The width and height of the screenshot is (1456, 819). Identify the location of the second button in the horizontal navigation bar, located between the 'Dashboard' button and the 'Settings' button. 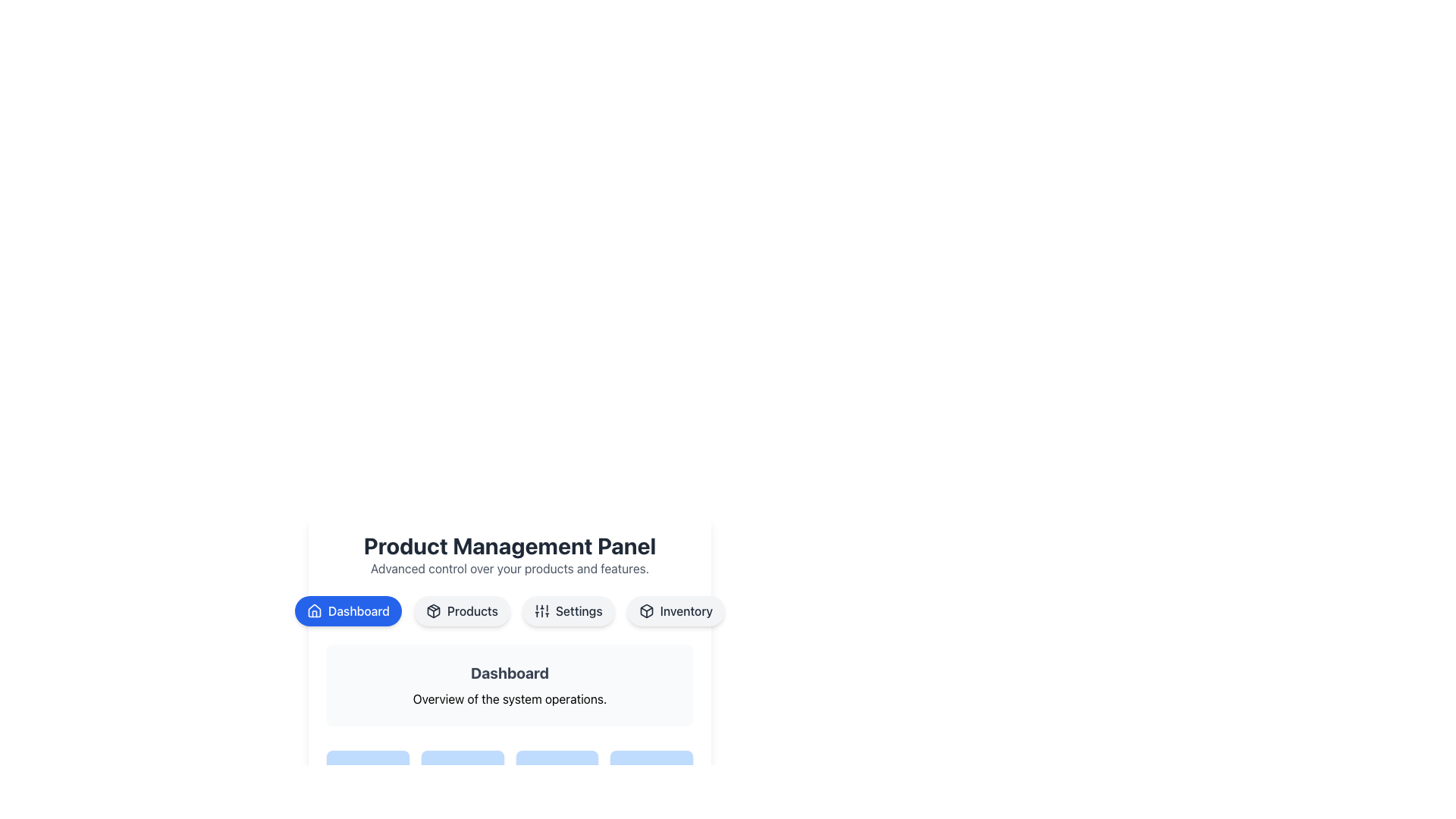
(461, 610).